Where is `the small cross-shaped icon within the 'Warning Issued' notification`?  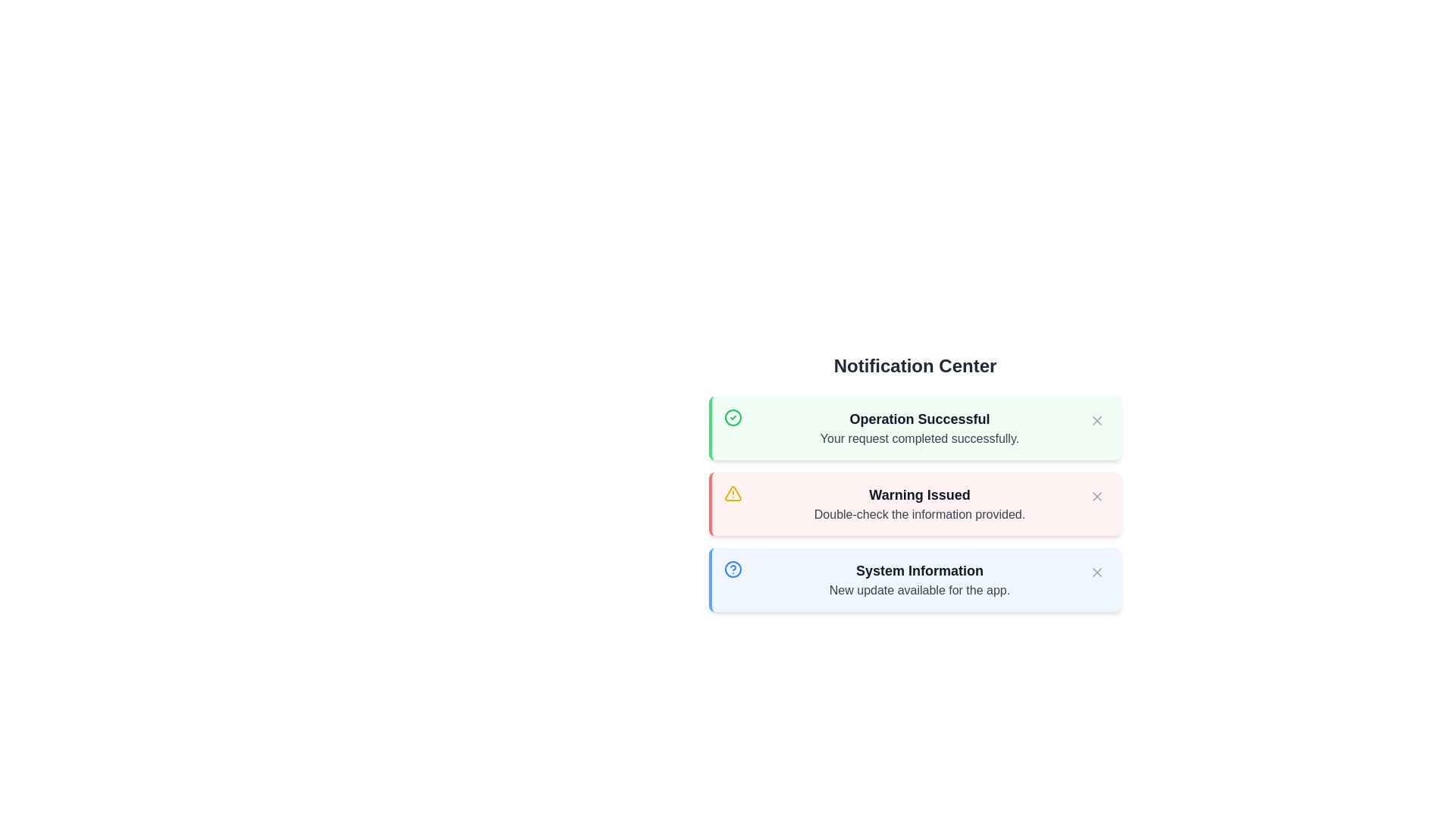
the small cross-shaped icon within the 'Warning Issued' notification is located at coordinates (1097, 497).